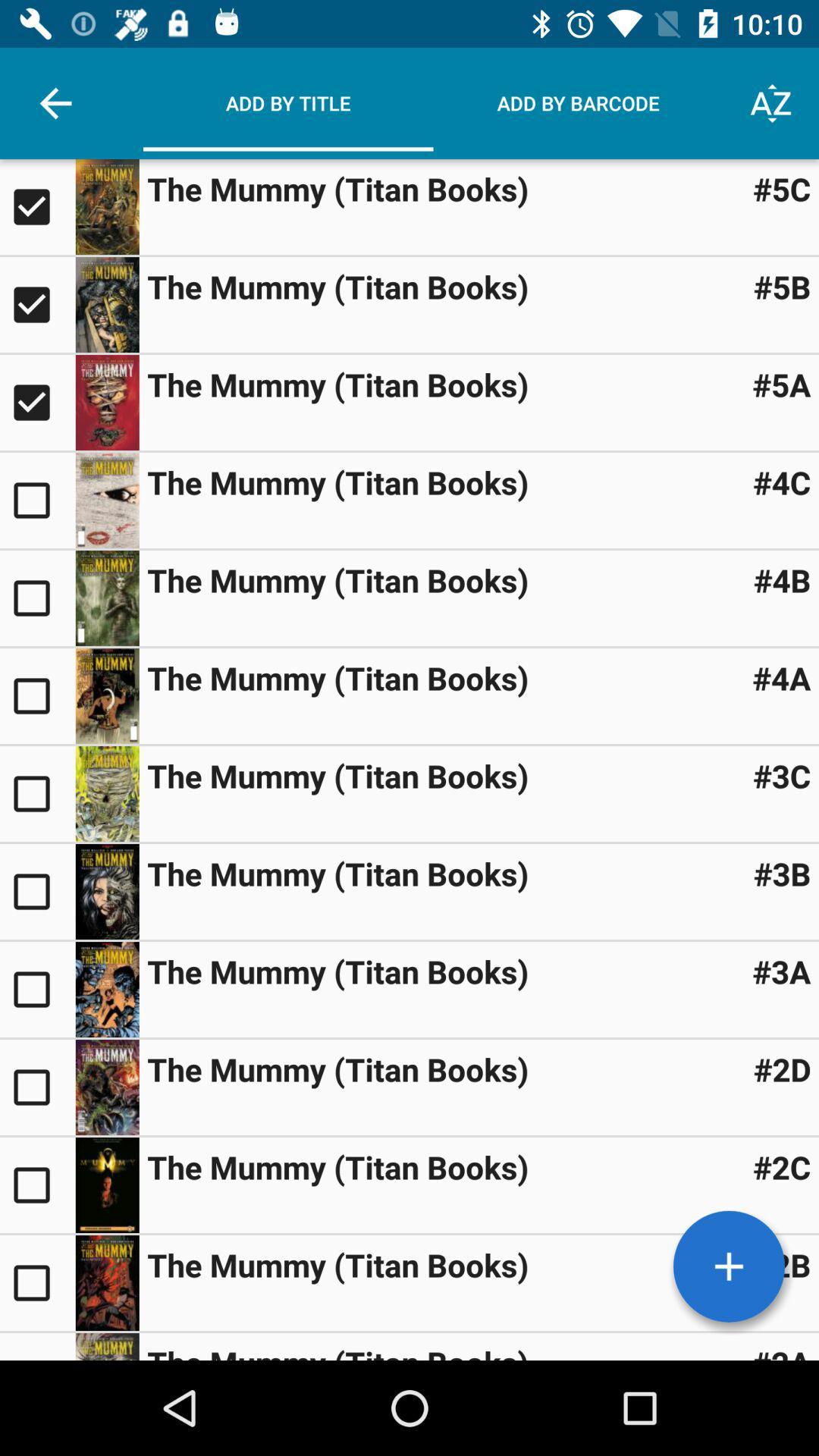  What do you see at coordinates (36, 304) in the screenshot?
I see `the selected option` at bounding box center [36, 304].